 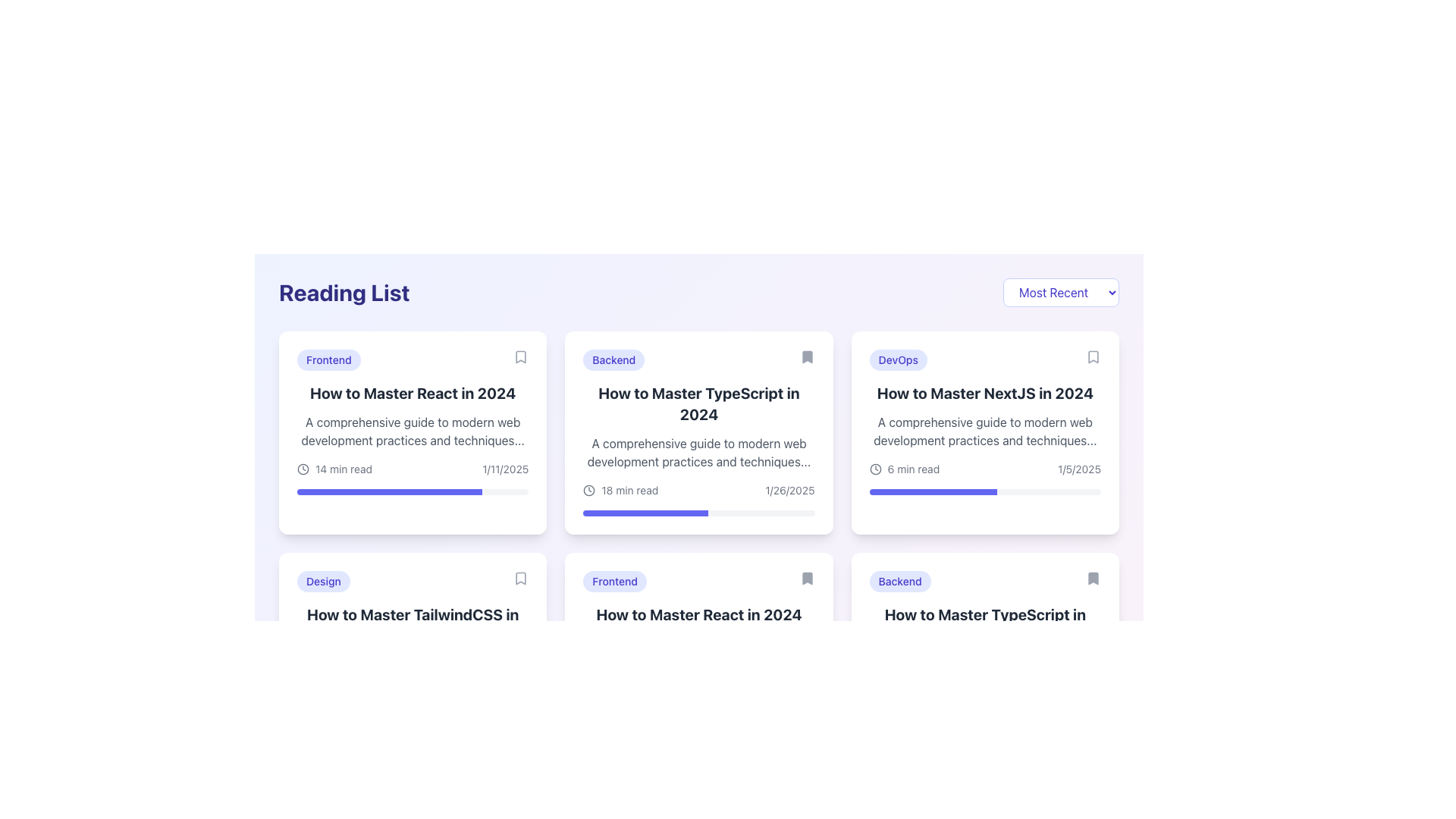 What do you see at coordinates (912, 468) in the screenshot?
I see `the Text label displaying the estimated reading time for the article titled 'How to Master NextJS in 2024,' located in the top-right section of the card under the heading 'DevOps.'` at bounding box center [912, 468].